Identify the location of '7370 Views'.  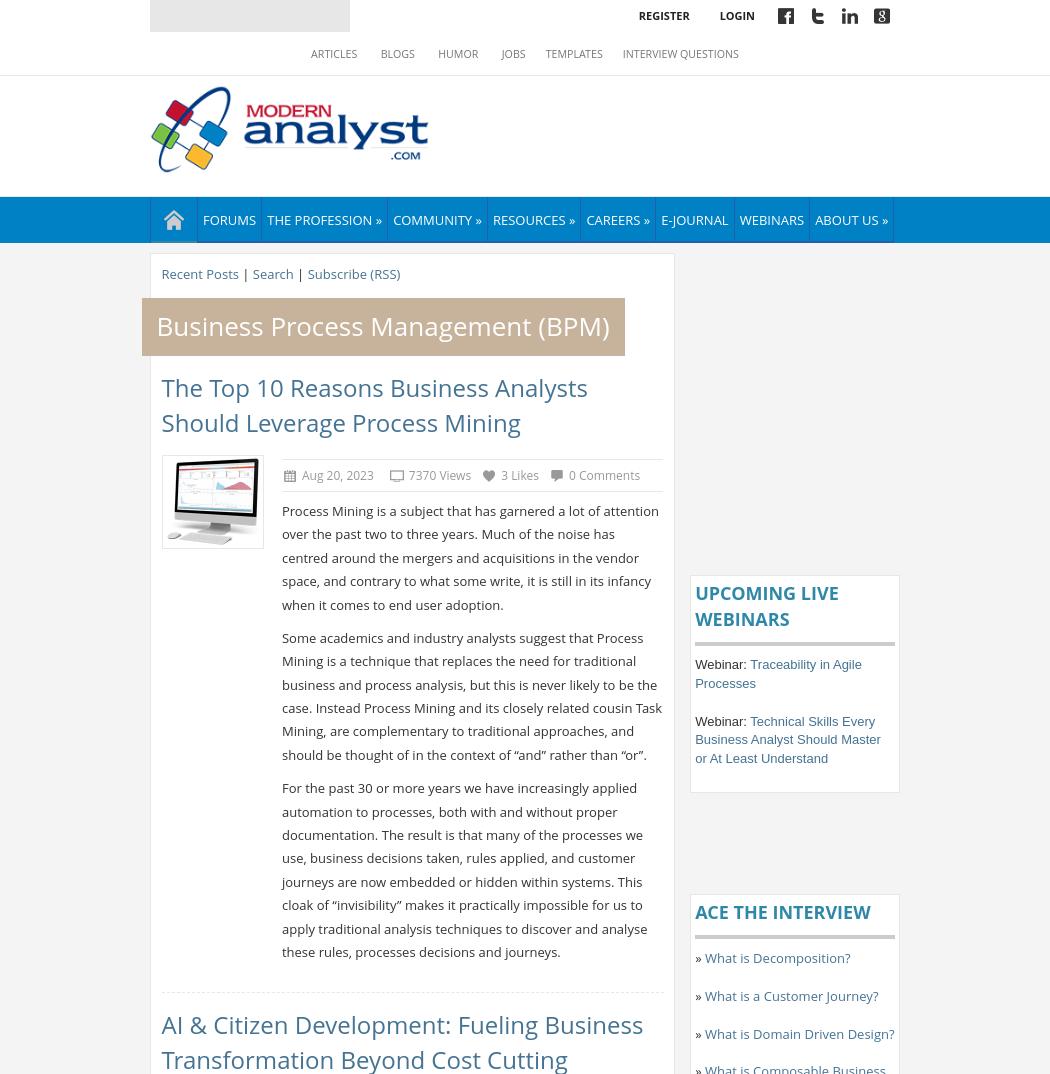
(438, 473).